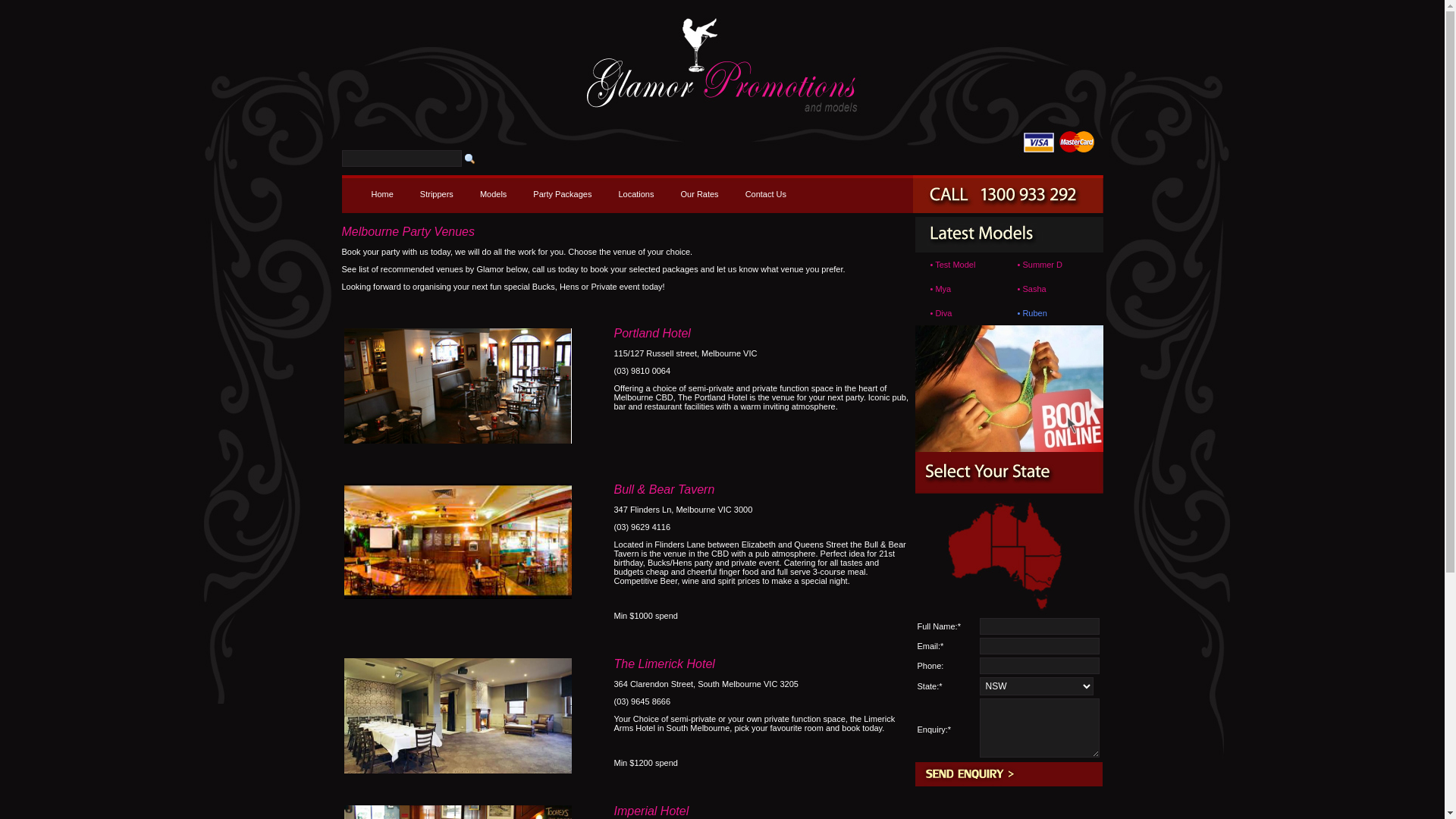  What do you see at coordinates (934, 312) in the screenshot?
I see `'Diva'` at bounding box center [934, 312].